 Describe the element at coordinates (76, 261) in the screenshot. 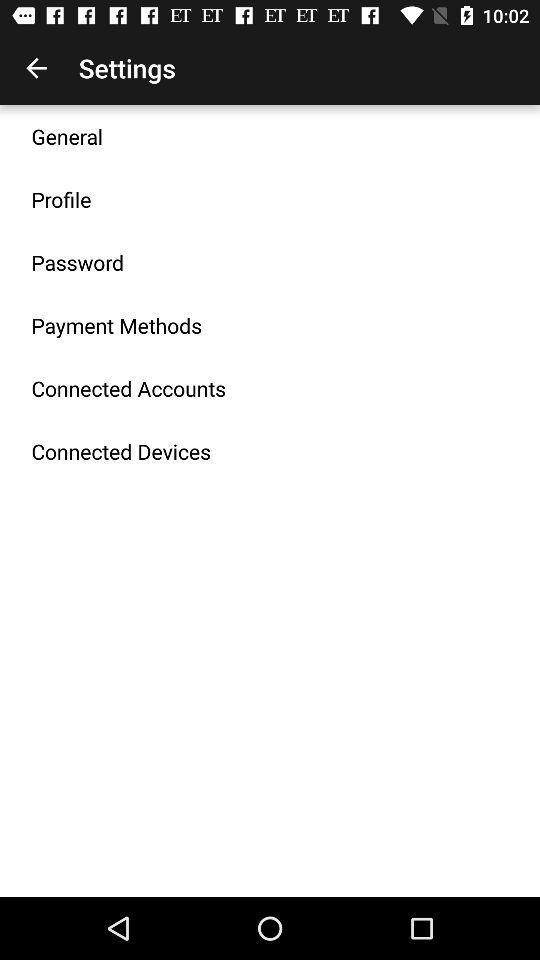

I see `the password` at that location.